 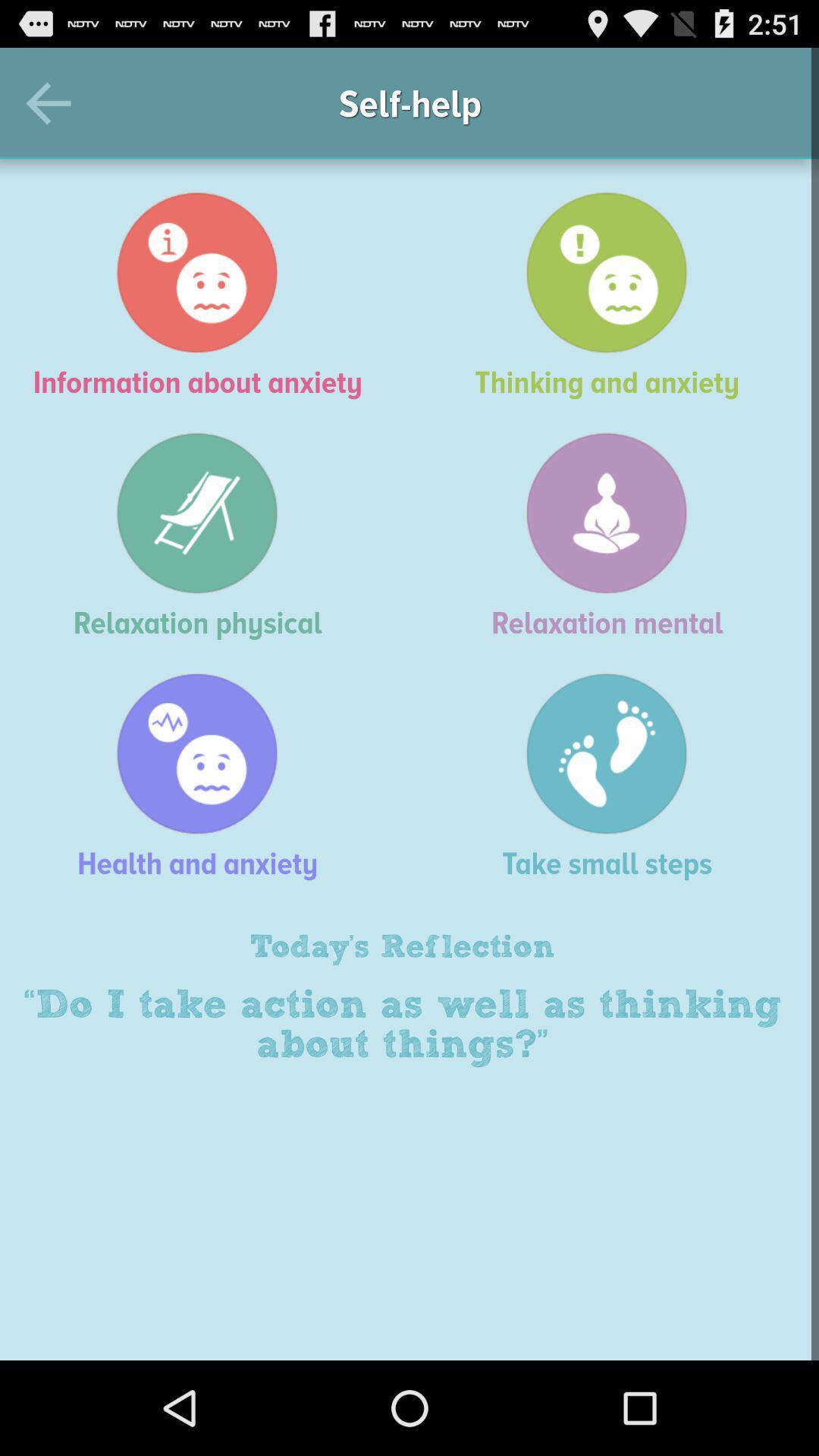 What do you see at coordinates (614, 535) in the screenshot?
I see `item below information about anxiety item` at bounding box center [614, 535].